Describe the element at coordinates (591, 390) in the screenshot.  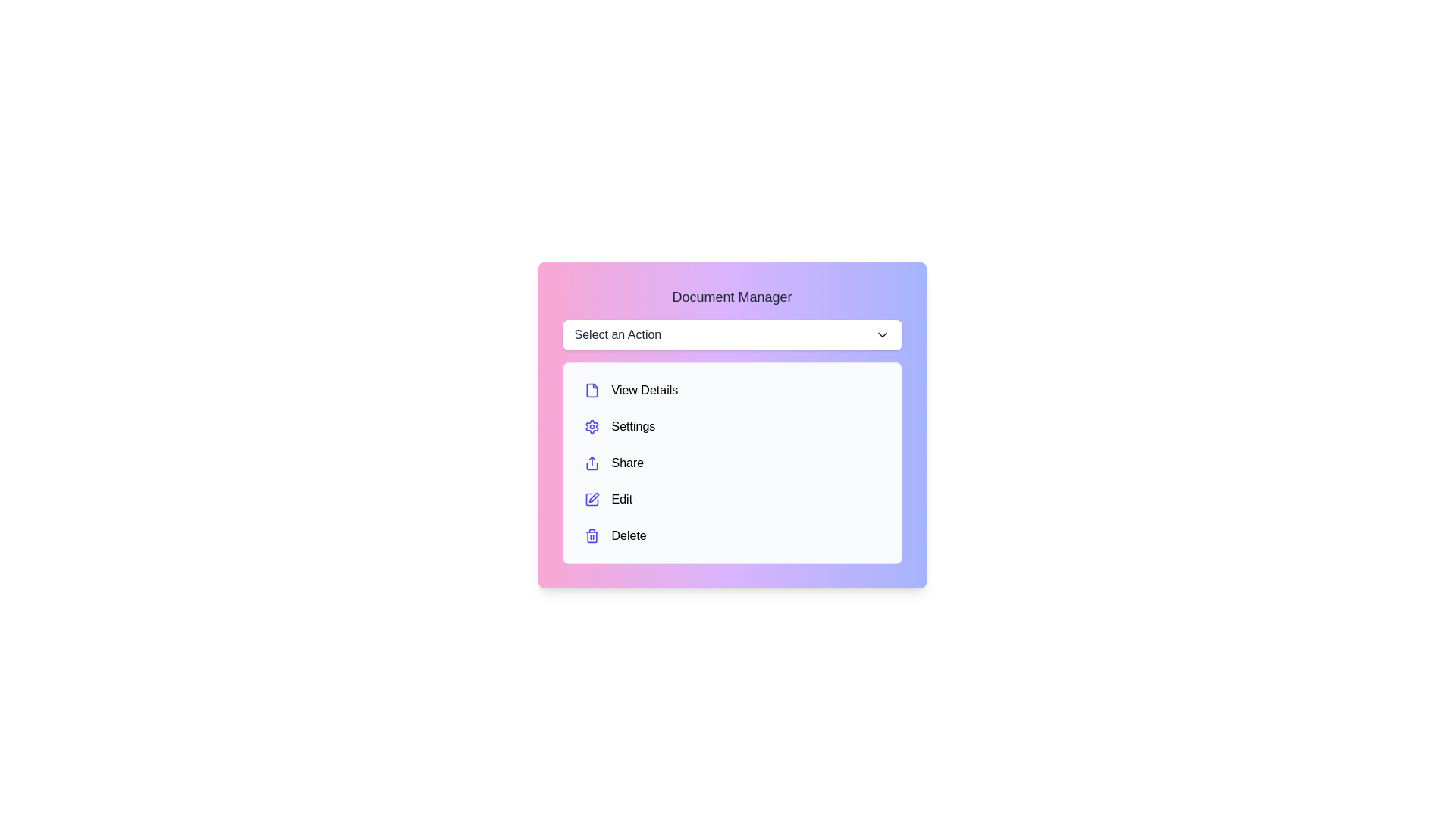
I see `the indigo file document icon located in the 'View Details' menu item, aligned with the start of the text` at that location.